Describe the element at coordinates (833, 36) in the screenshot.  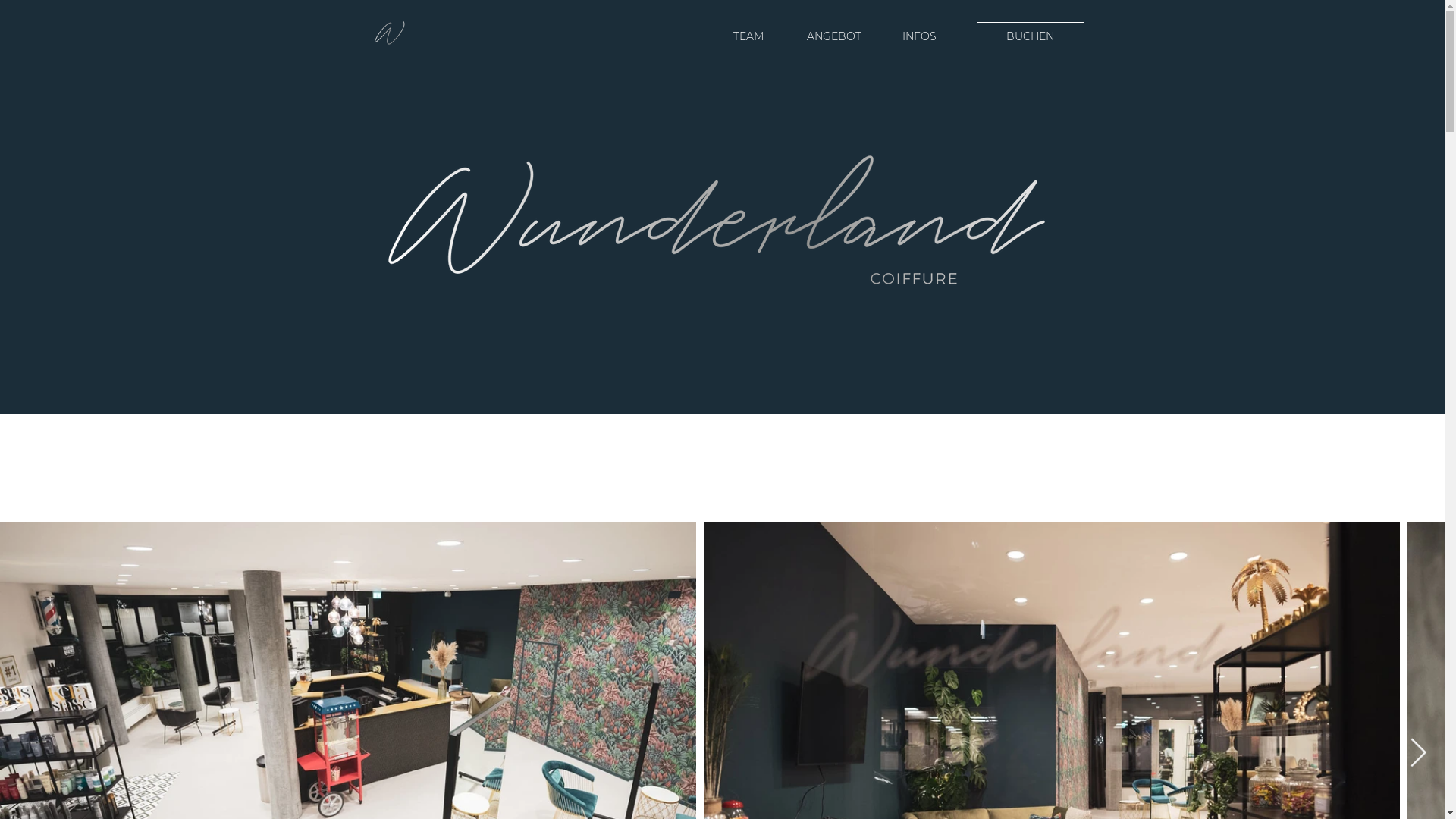
I see `'ANGEBOT'` at that location.